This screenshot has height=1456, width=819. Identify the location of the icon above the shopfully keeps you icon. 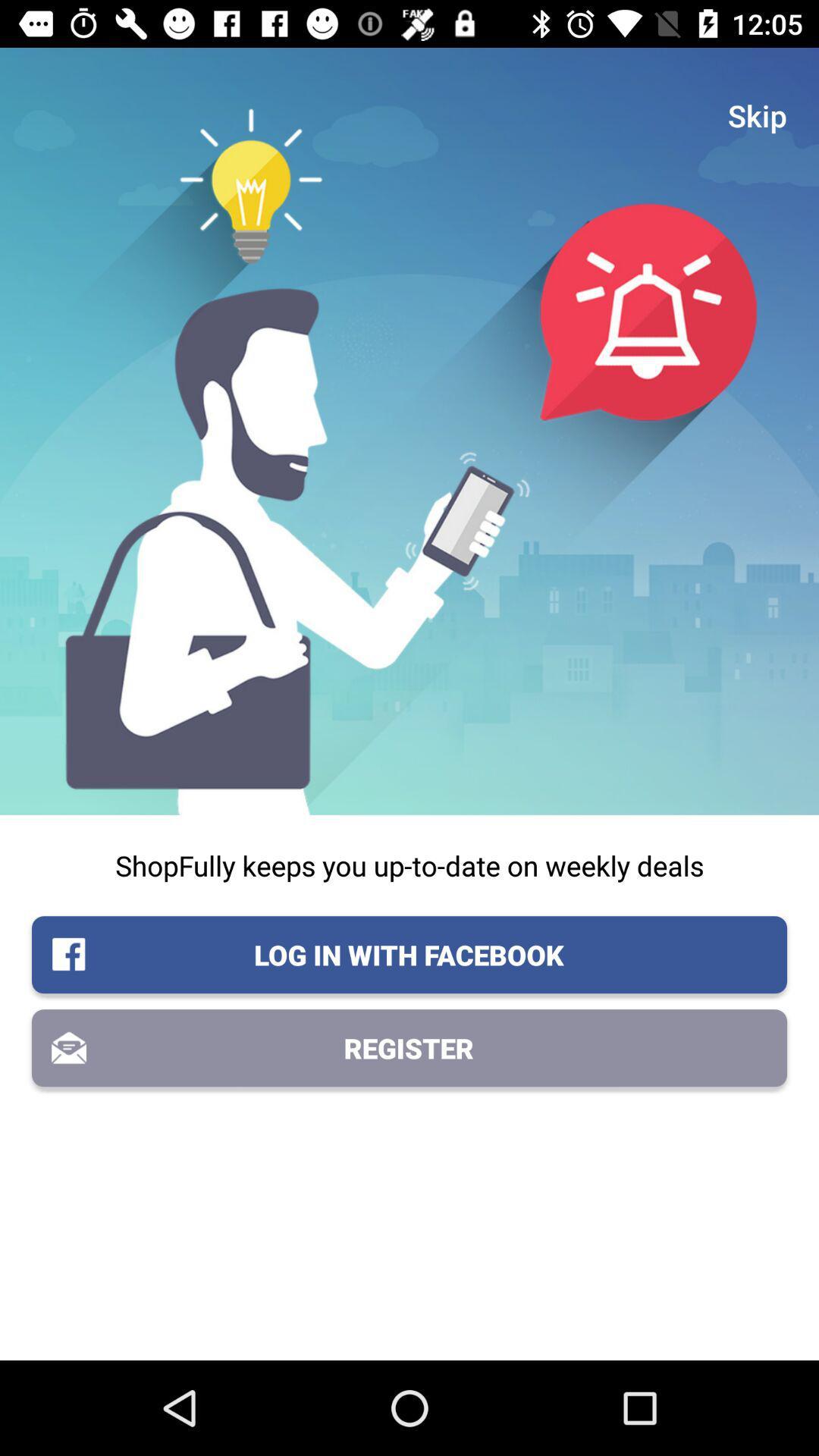
(758, 115).